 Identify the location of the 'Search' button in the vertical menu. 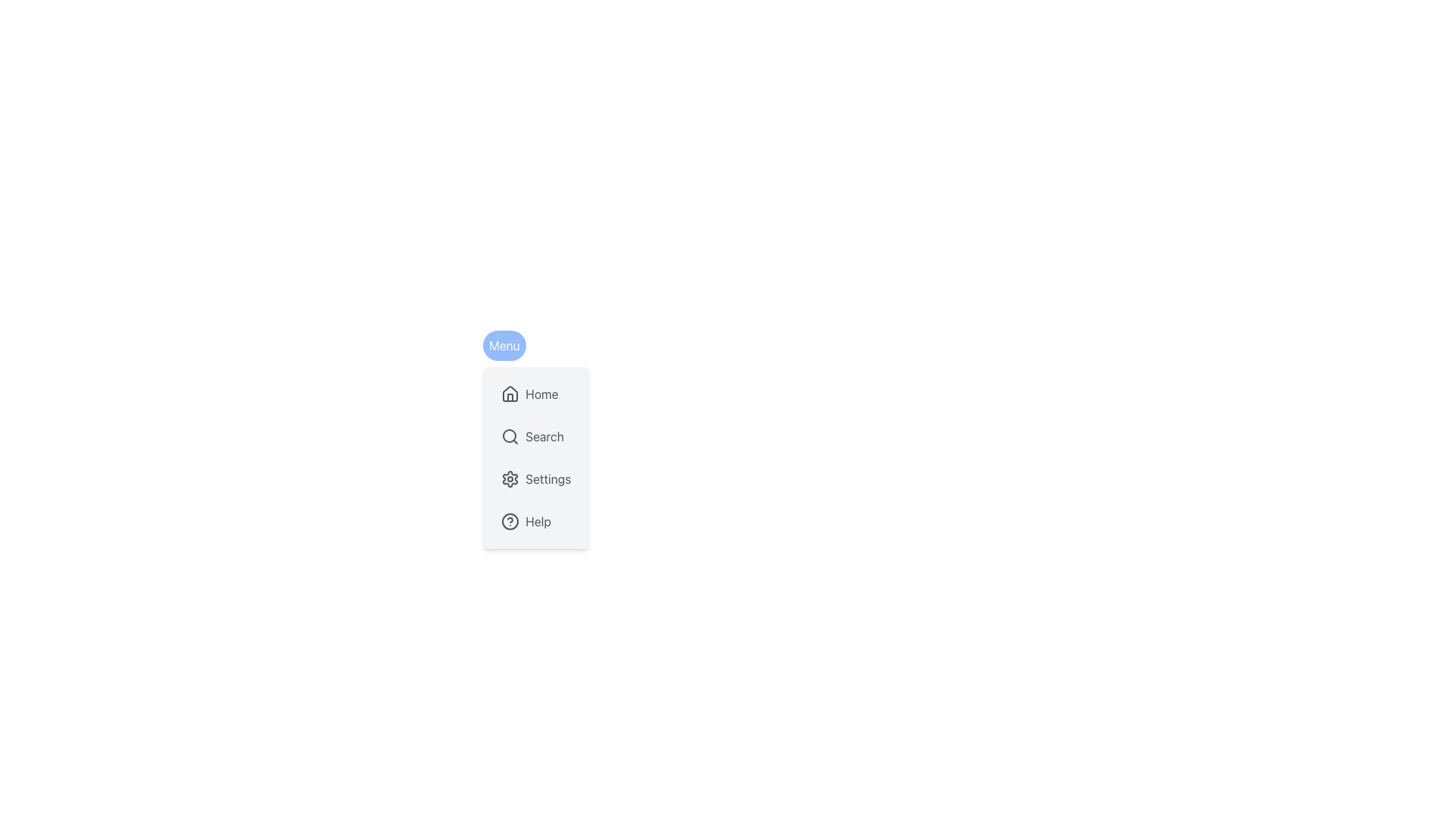
(536, 436).